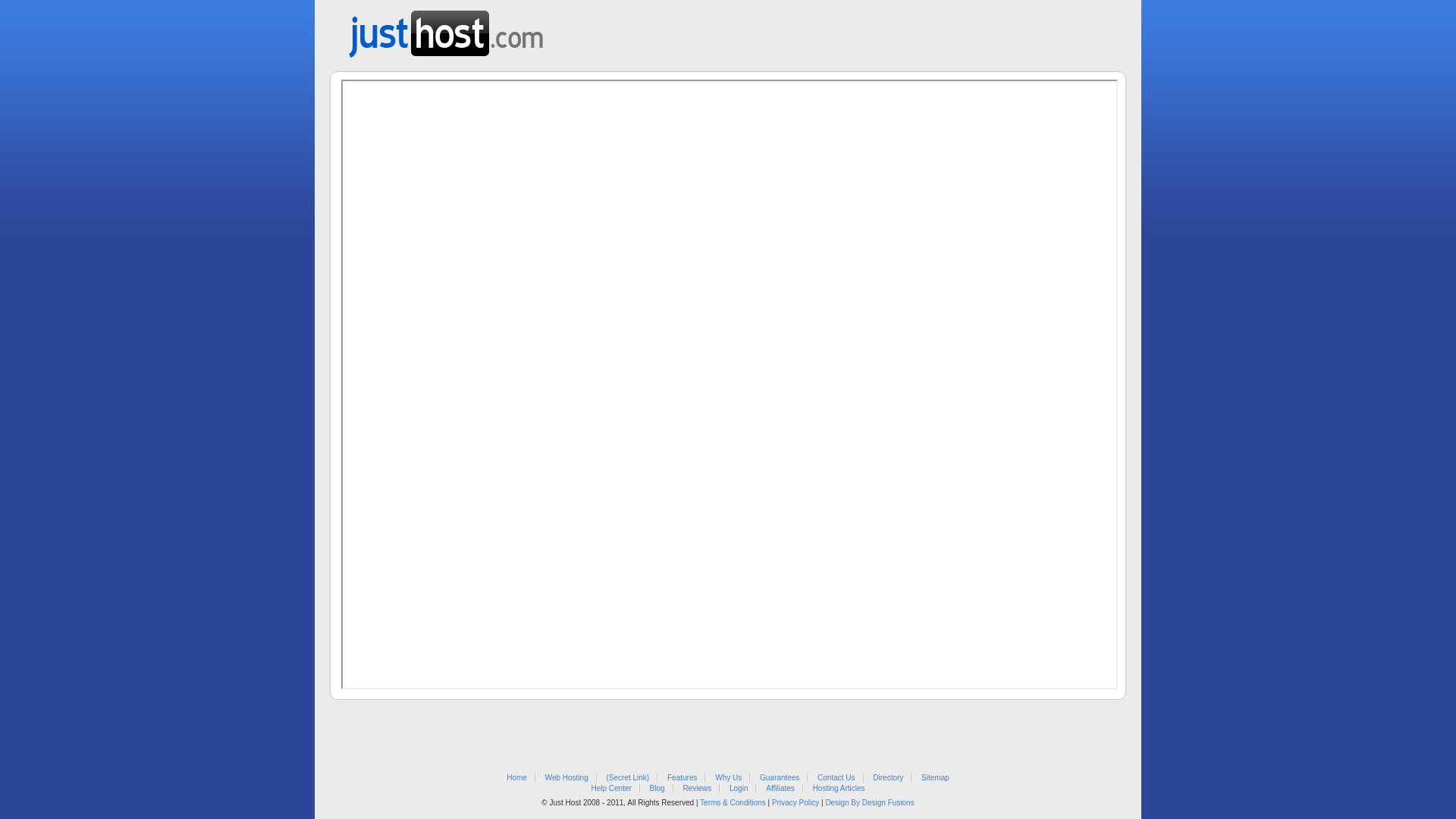 This screenshot has width=1456, height=819. I want to click on 'Login', so click(729, 787).